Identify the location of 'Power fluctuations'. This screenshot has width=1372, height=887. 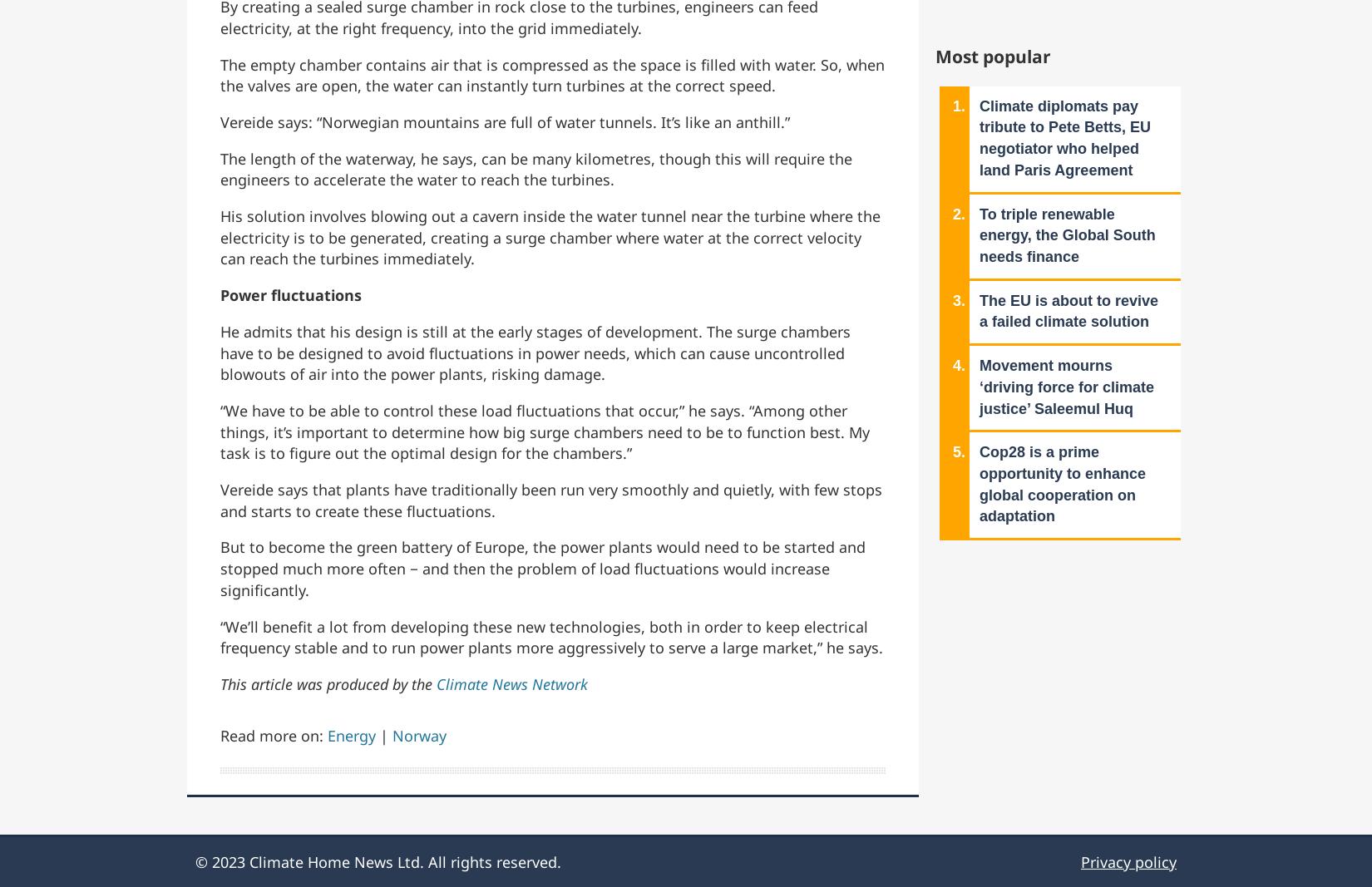
(293, 294).